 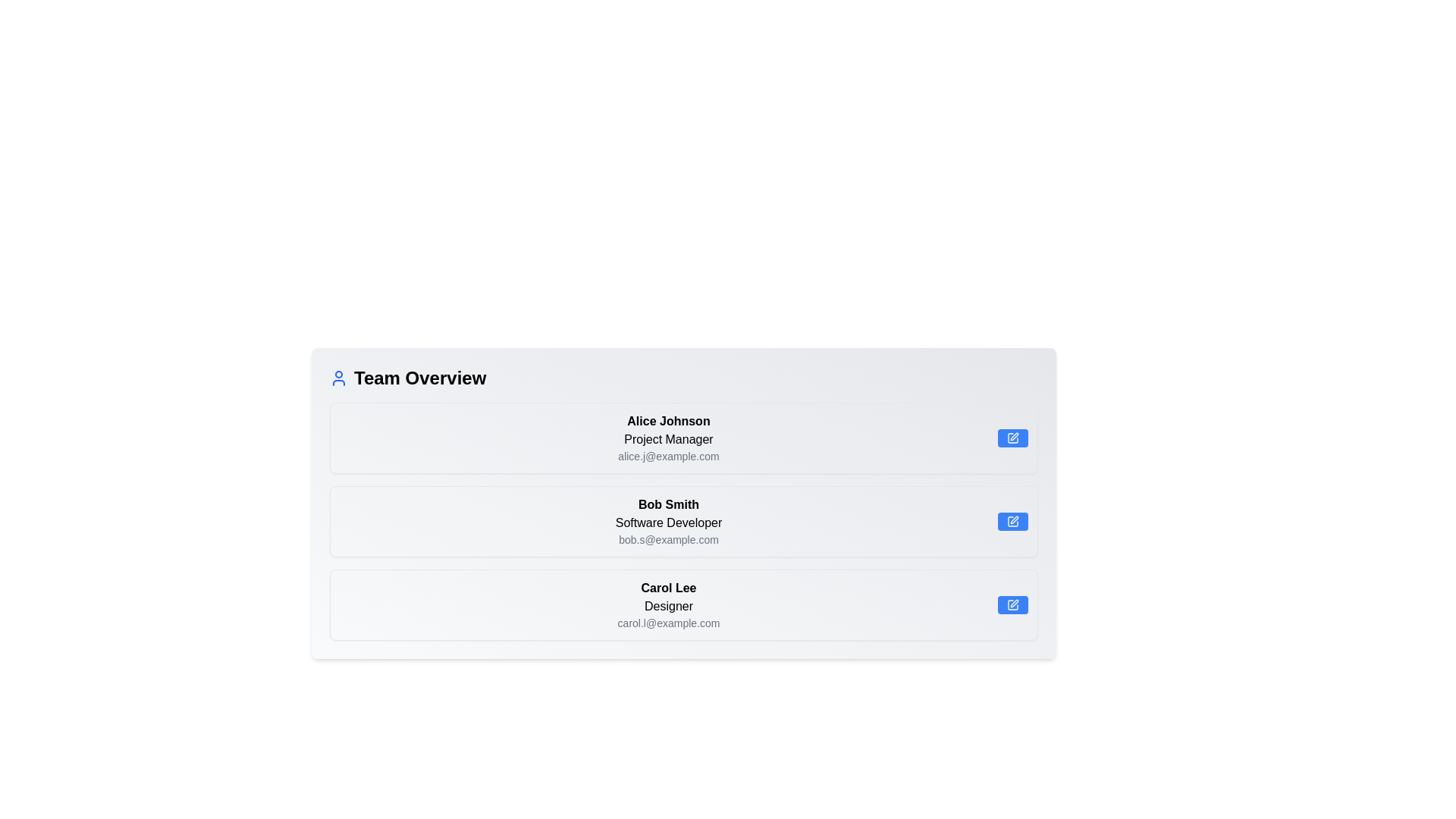 I want to click on the edit icon, which is a square with a pen diagonal across it, located inside a blue button to the right of the 'Bob Smith' card in the 'Team Overview' section, so click(x=1012, y=520).